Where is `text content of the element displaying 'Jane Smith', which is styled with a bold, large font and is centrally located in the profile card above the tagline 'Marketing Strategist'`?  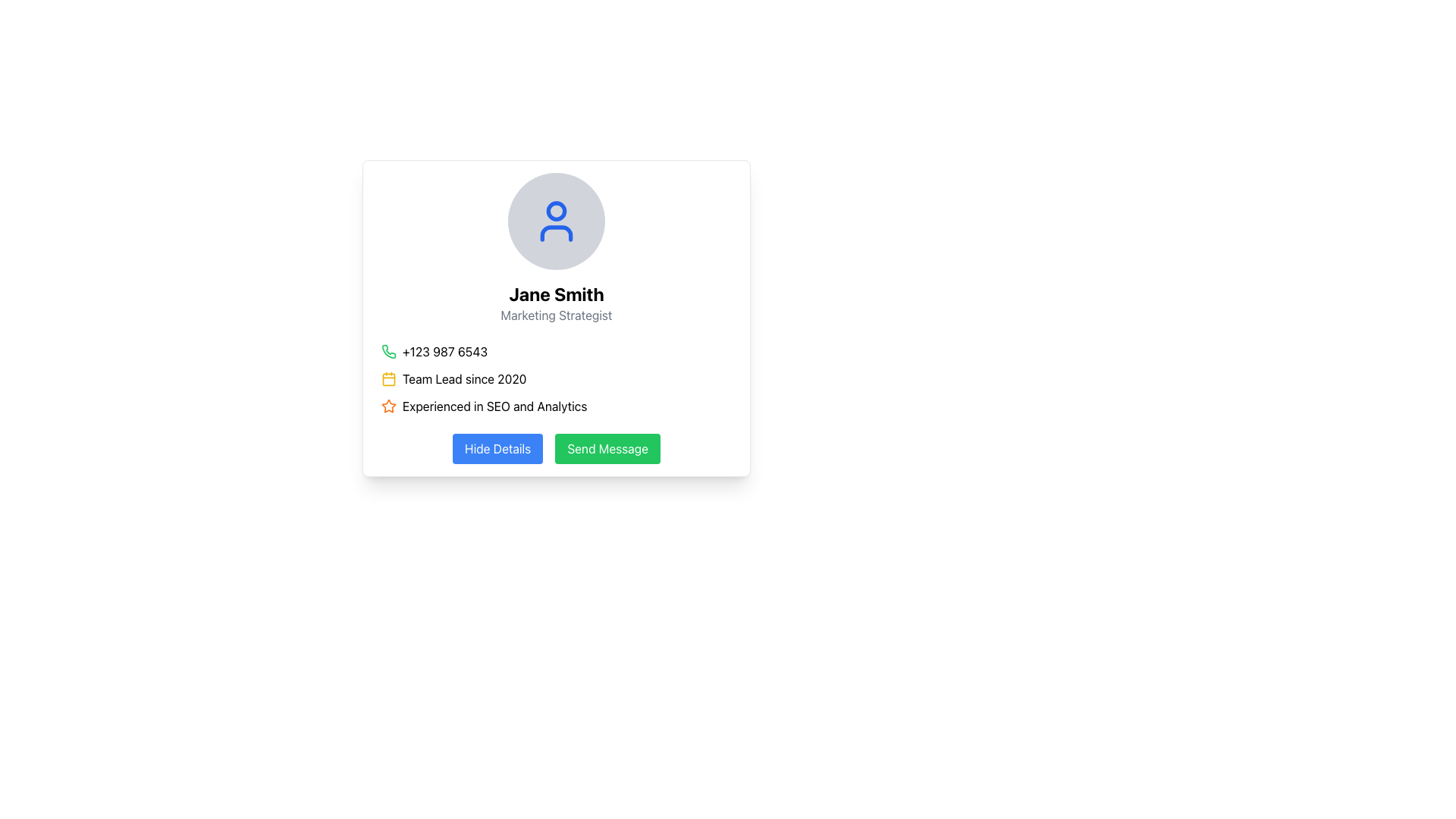 text content of the element displaying 'Jane Smith', which is styled with a bold, large font and is centrally located in the profile card above the tagline 'Marketing Strategist' is located at coordinates (556, 294).